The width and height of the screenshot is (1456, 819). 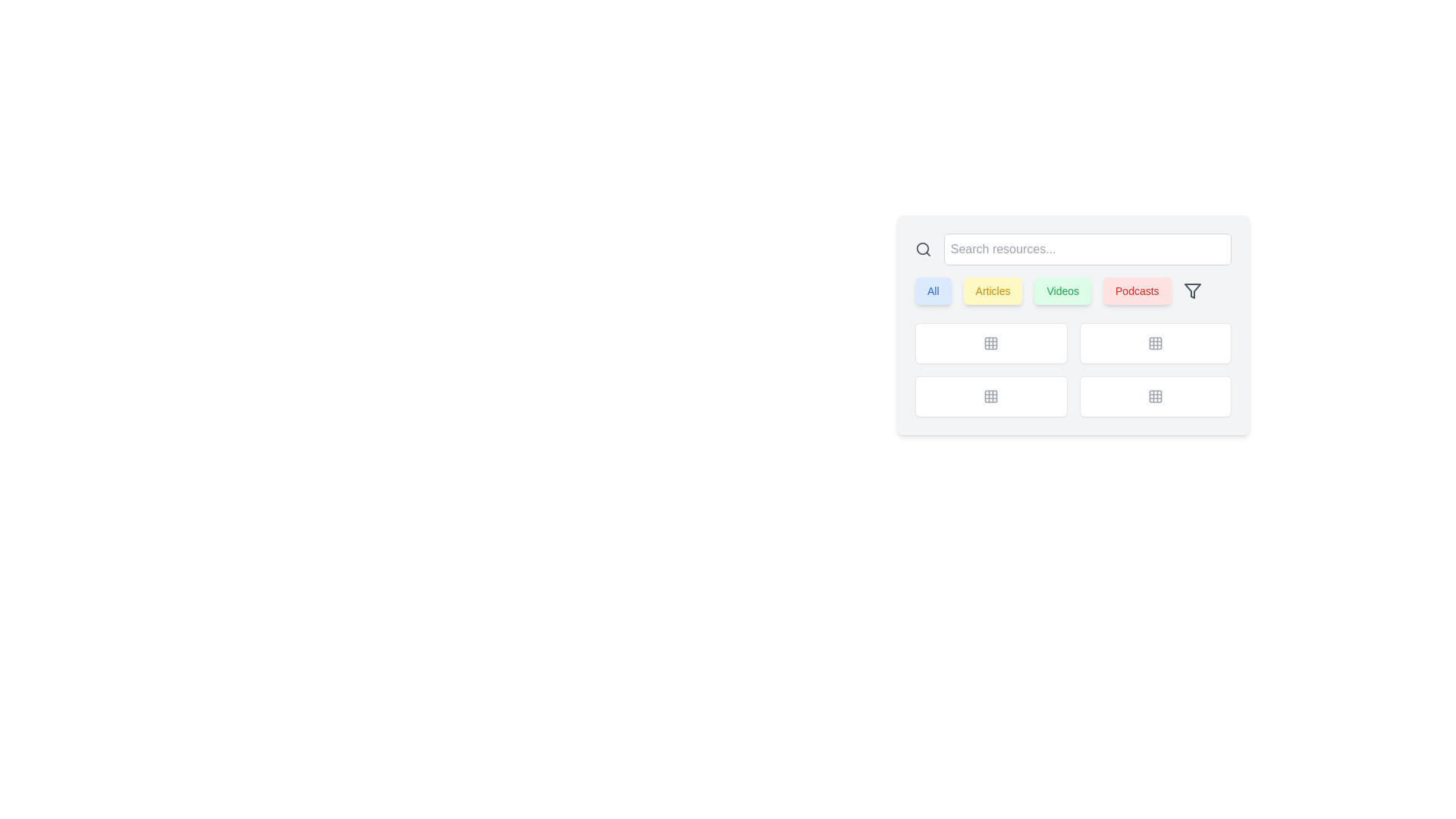 What do you see at coordinates (1154, 343) in the screenshot?
I see `the SVG icon representing a 3x3 grid located in the lower-right button of the group of six evenly spaced buttons in the central interface box` at bounding box center [1154, 343].